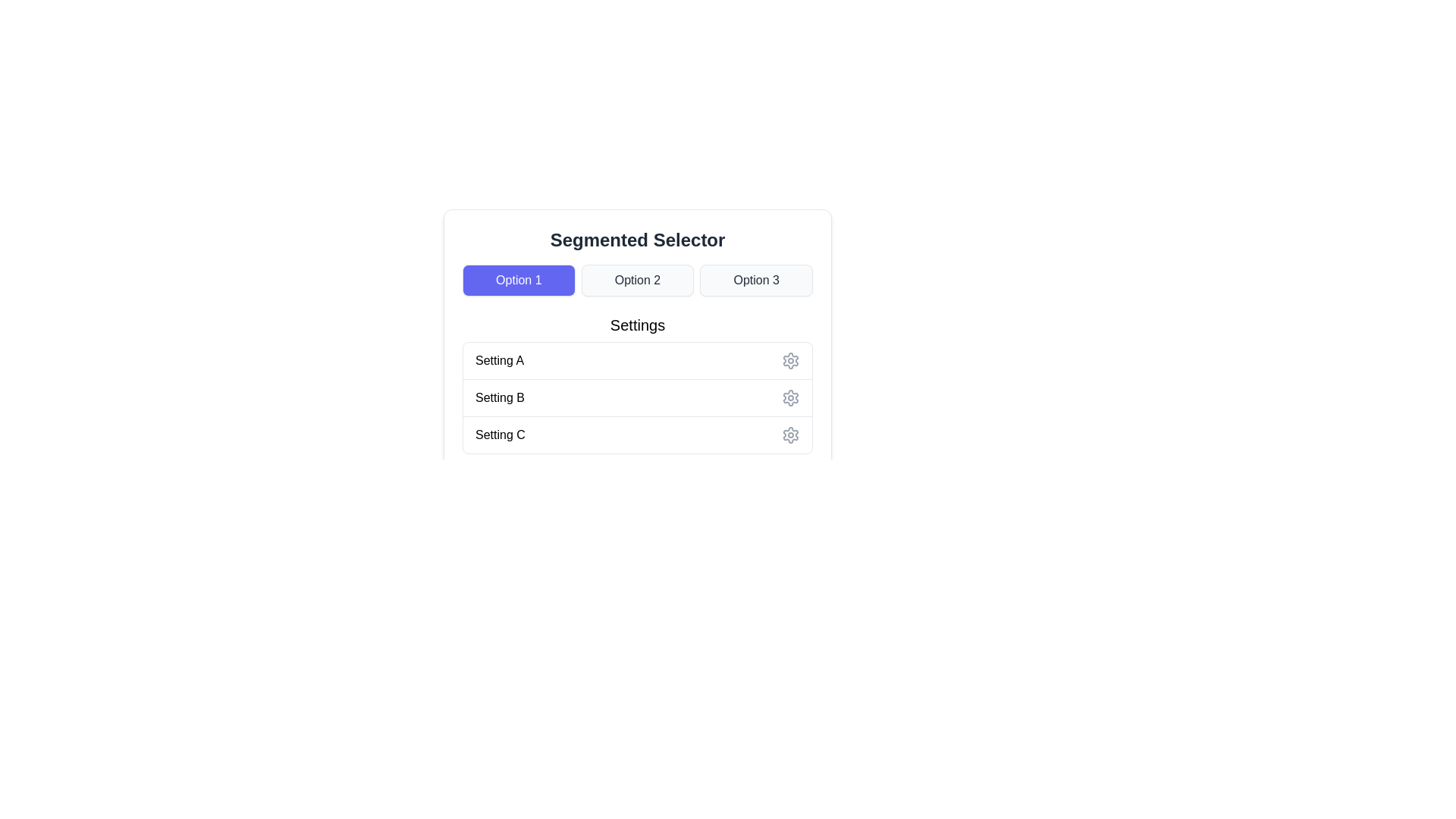 This screenshot has height=819, width=1456. What do you see at coordinates (789, 360) in the screenshot?
I see `the first gear icon button on the topmost row of the settings list` at bounding box center [789, 360].